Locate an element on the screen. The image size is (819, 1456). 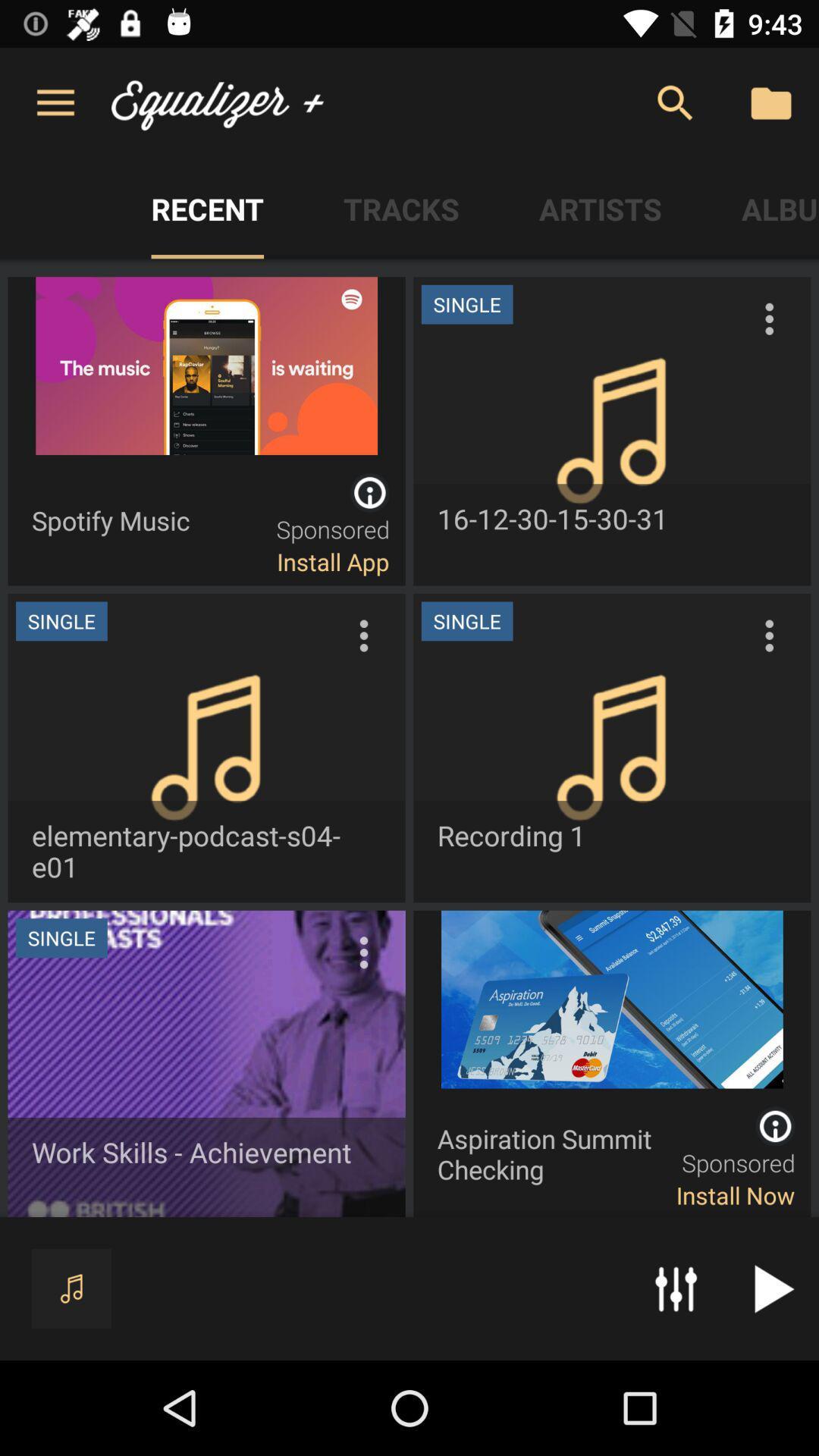
the three vertical dot icon shown on the first right image from the top is located at coordinates (769, 318).